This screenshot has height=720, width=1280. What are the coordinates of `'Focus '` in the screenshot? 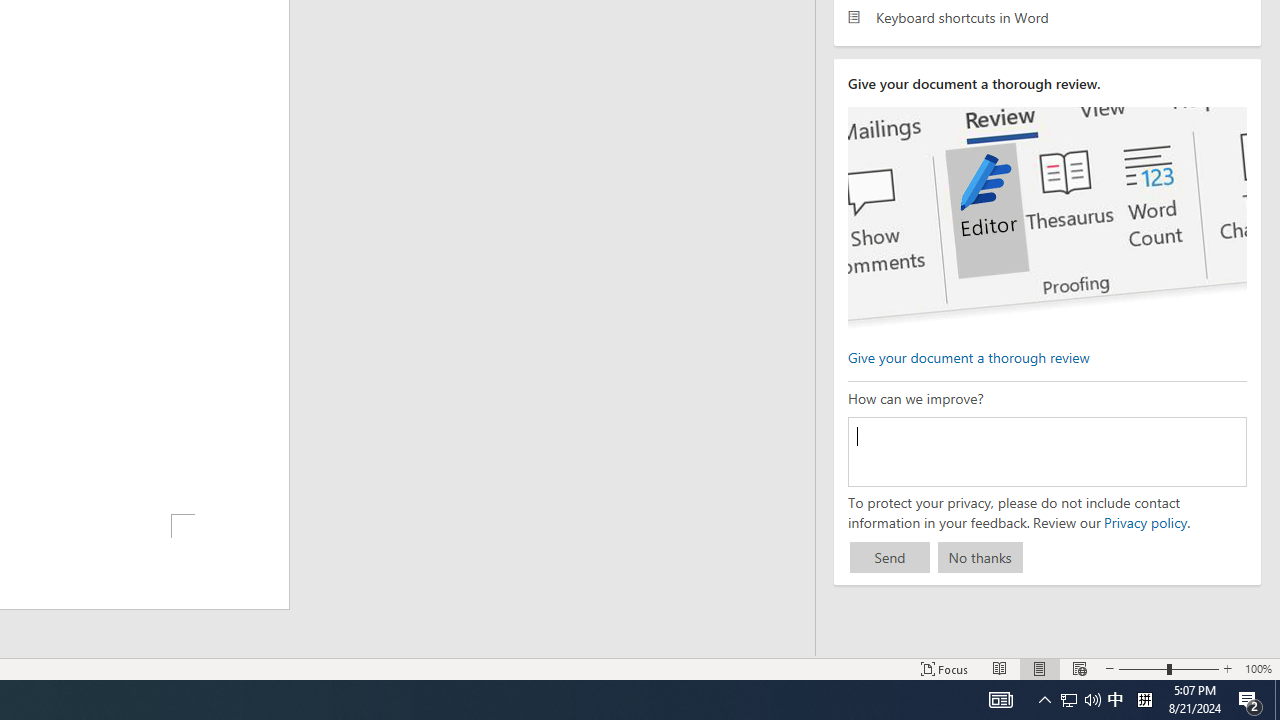 It's located at (943, 669).